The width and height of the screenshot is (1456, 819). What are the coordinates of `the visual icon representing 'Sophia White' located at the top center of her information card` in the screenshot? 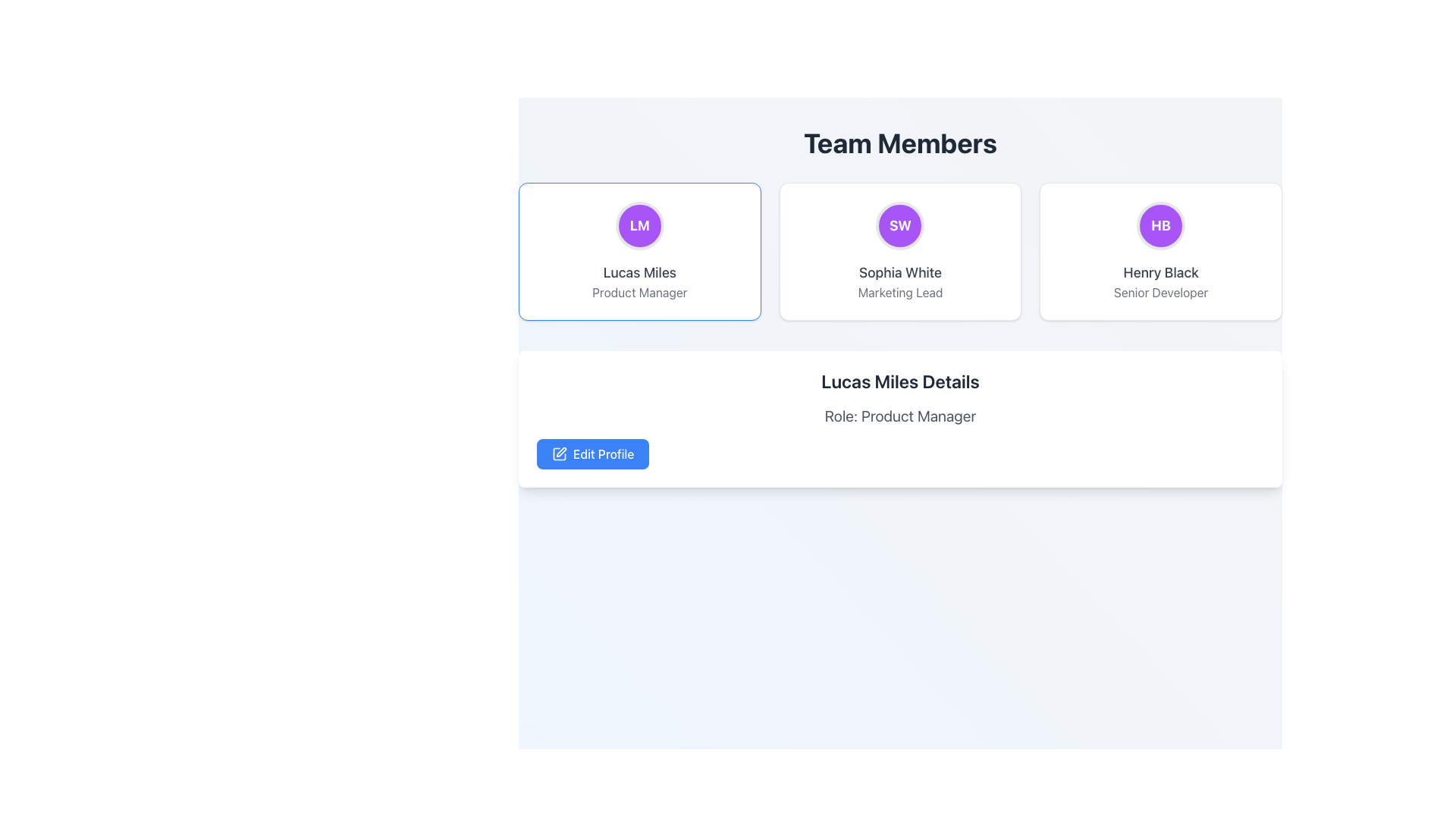 It's located at (900, 225).